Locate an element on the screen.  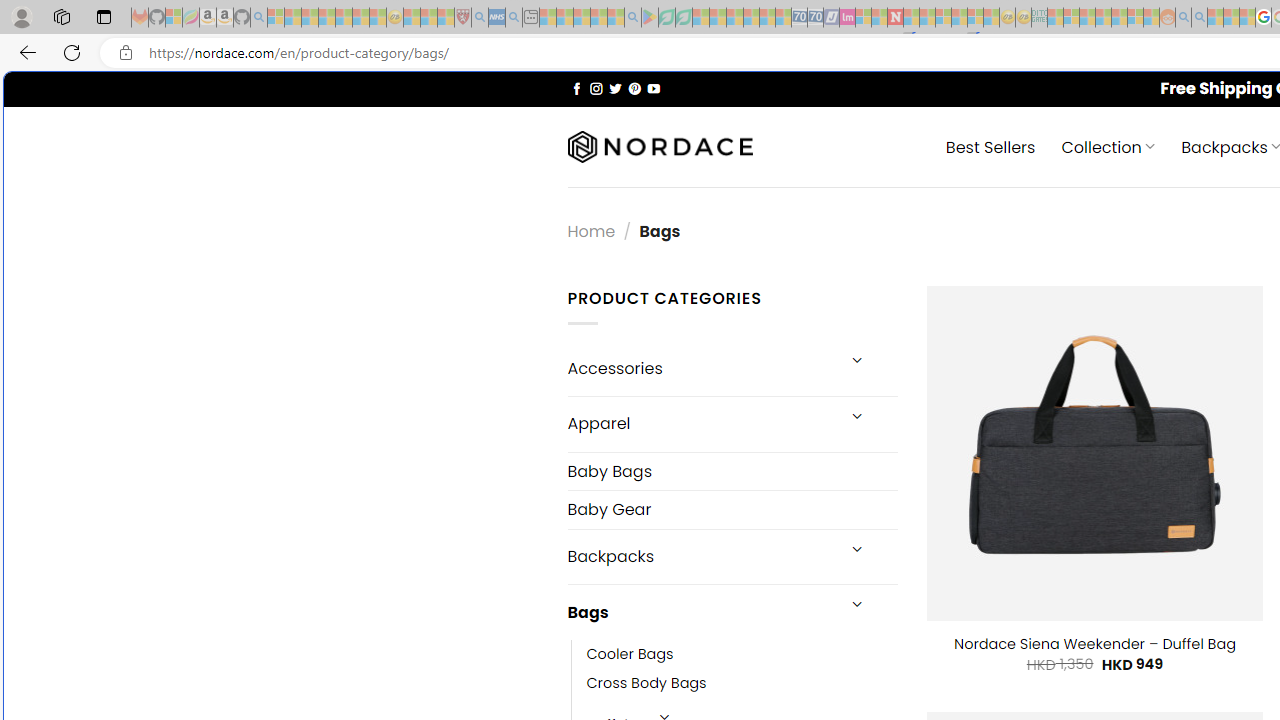
'  Best Sellers' is located at coordinates (990, 145).